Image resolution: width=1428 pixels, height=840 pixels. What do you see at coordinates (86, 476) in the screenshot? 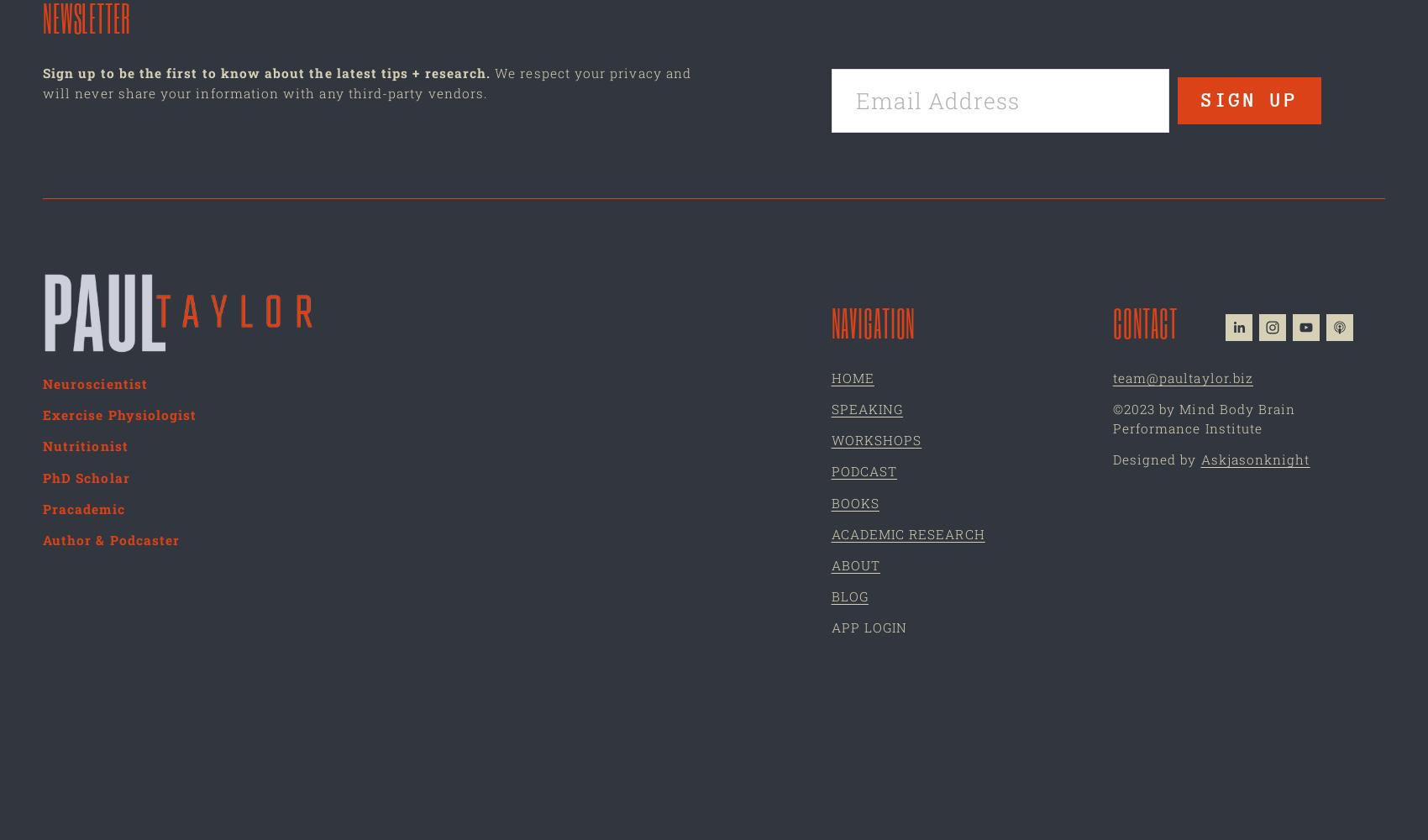
I see `'PhD Scholar'` at bounding box center [86, 476].